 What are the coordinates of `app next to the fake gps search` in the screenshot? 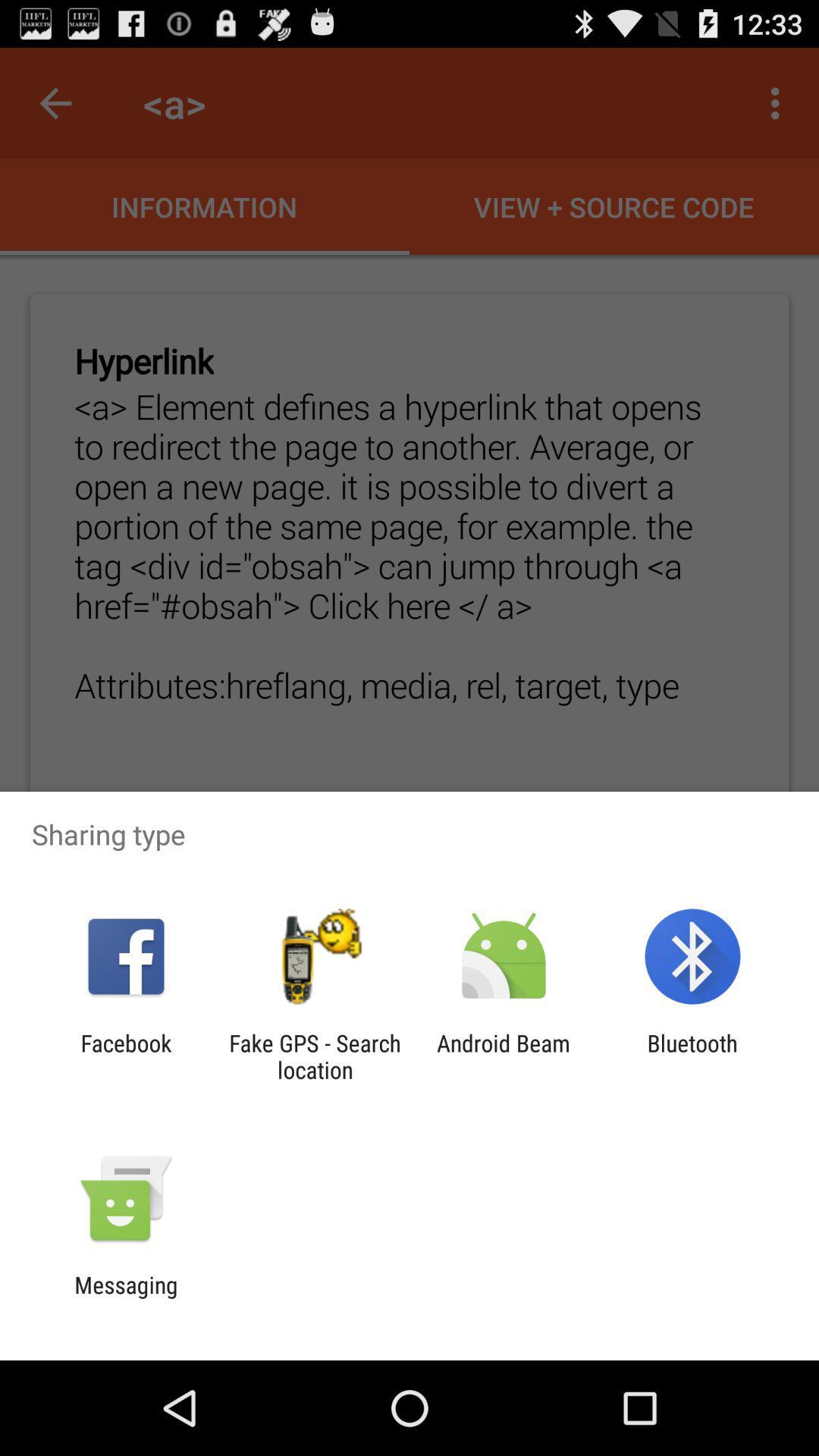 It's located at (504, 1056).